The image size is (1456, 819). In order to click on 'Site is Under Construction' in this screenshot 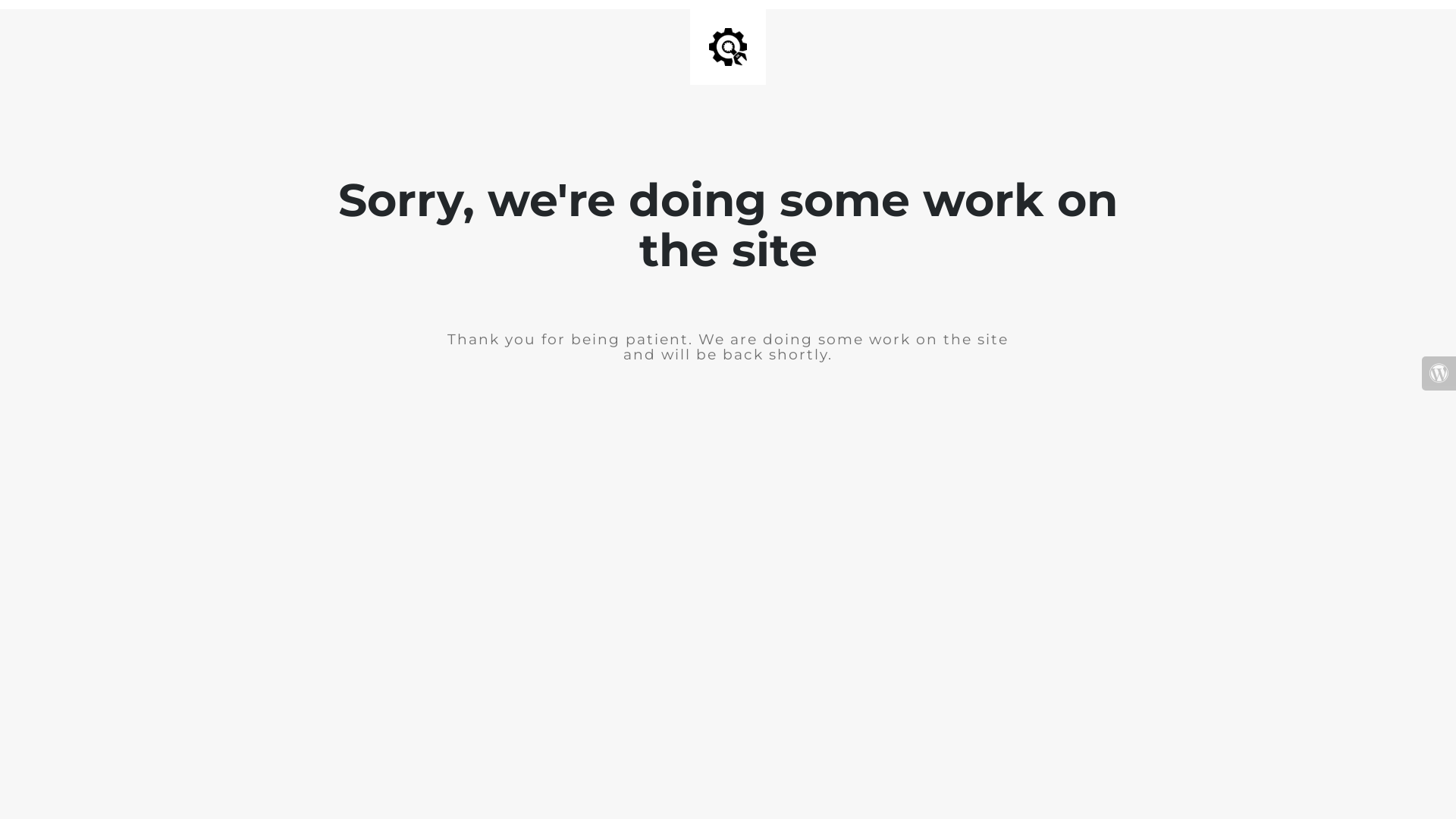, I will do `click(728, 45)`.